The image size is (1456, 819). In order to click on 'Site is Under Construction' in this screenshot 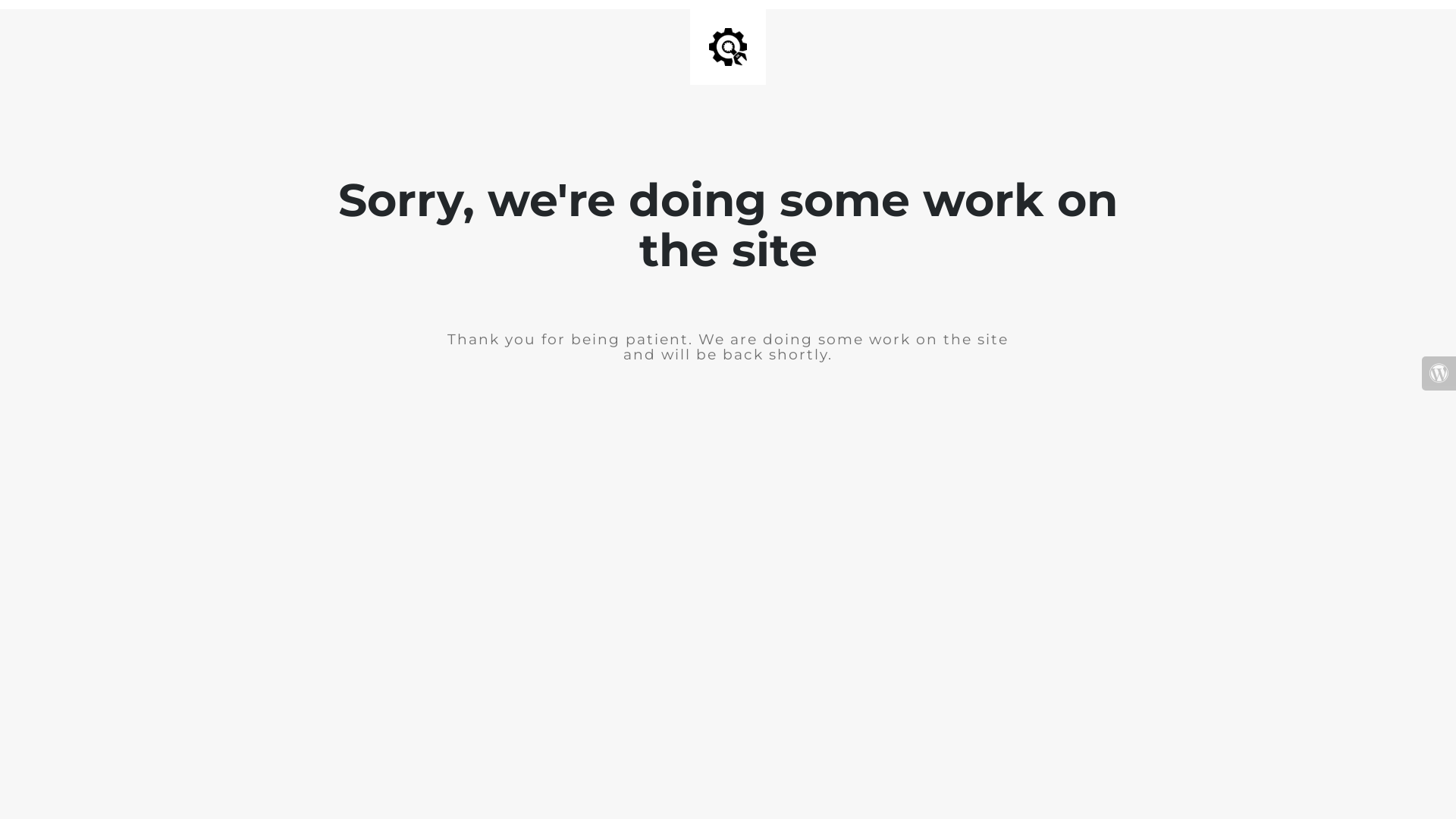, I will do `click(728, 45)`.